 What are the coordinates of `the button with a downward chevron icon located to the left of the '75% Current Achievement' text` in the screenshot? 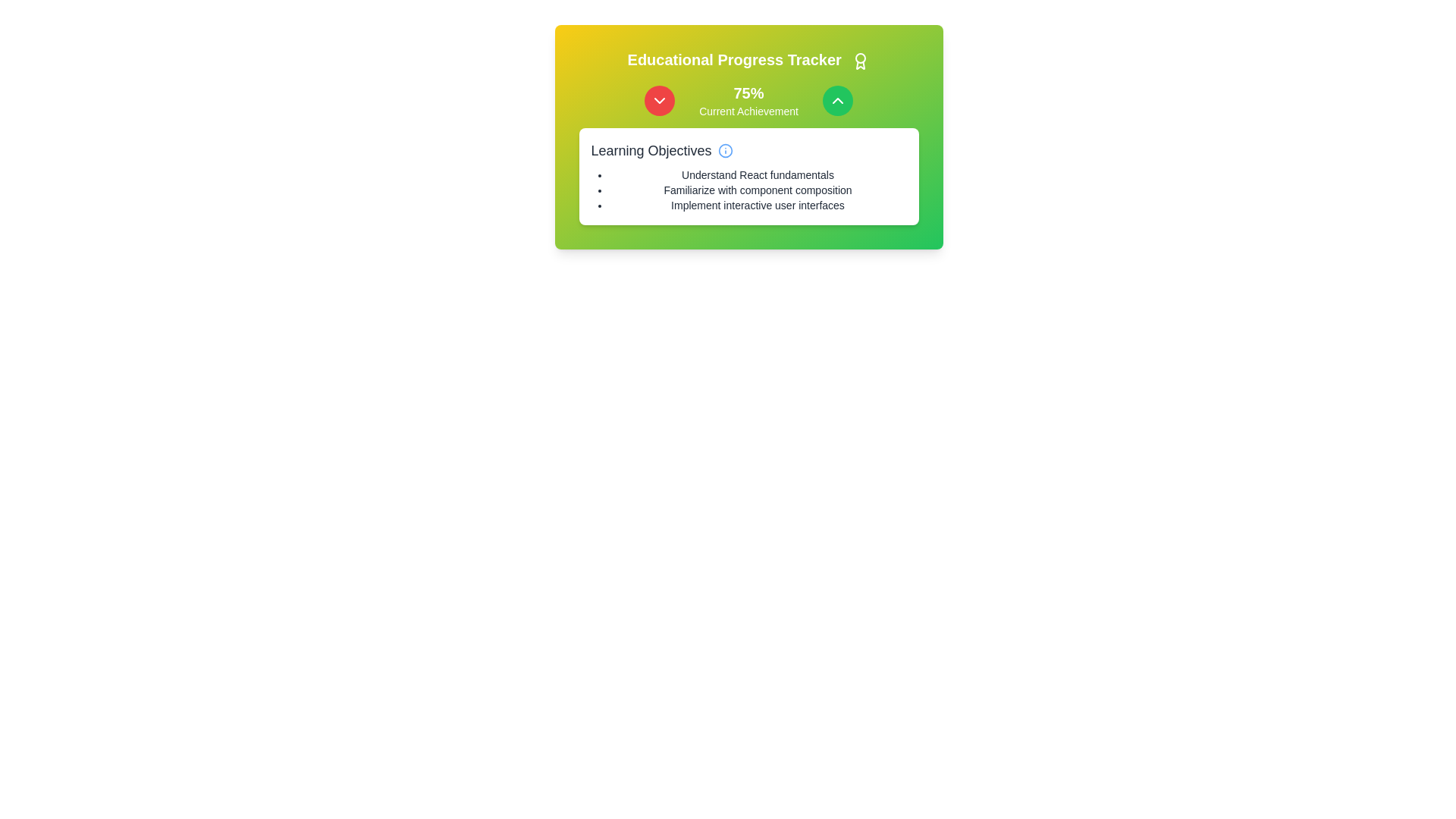 It's located at (660, 100).